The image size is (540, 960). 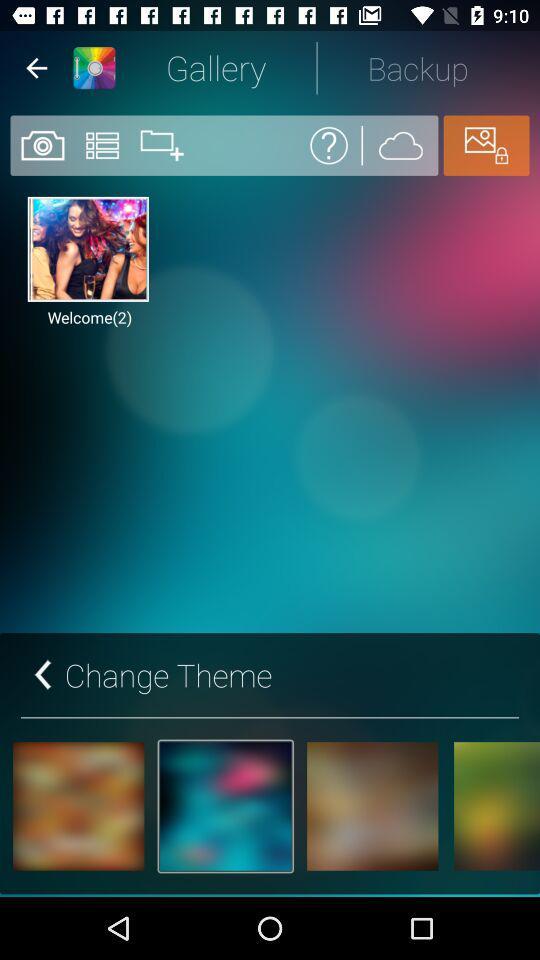 What do you see at coordinates (102, 144) in the screenshot?
I see `the list icon` at bounding box center [102, 144].